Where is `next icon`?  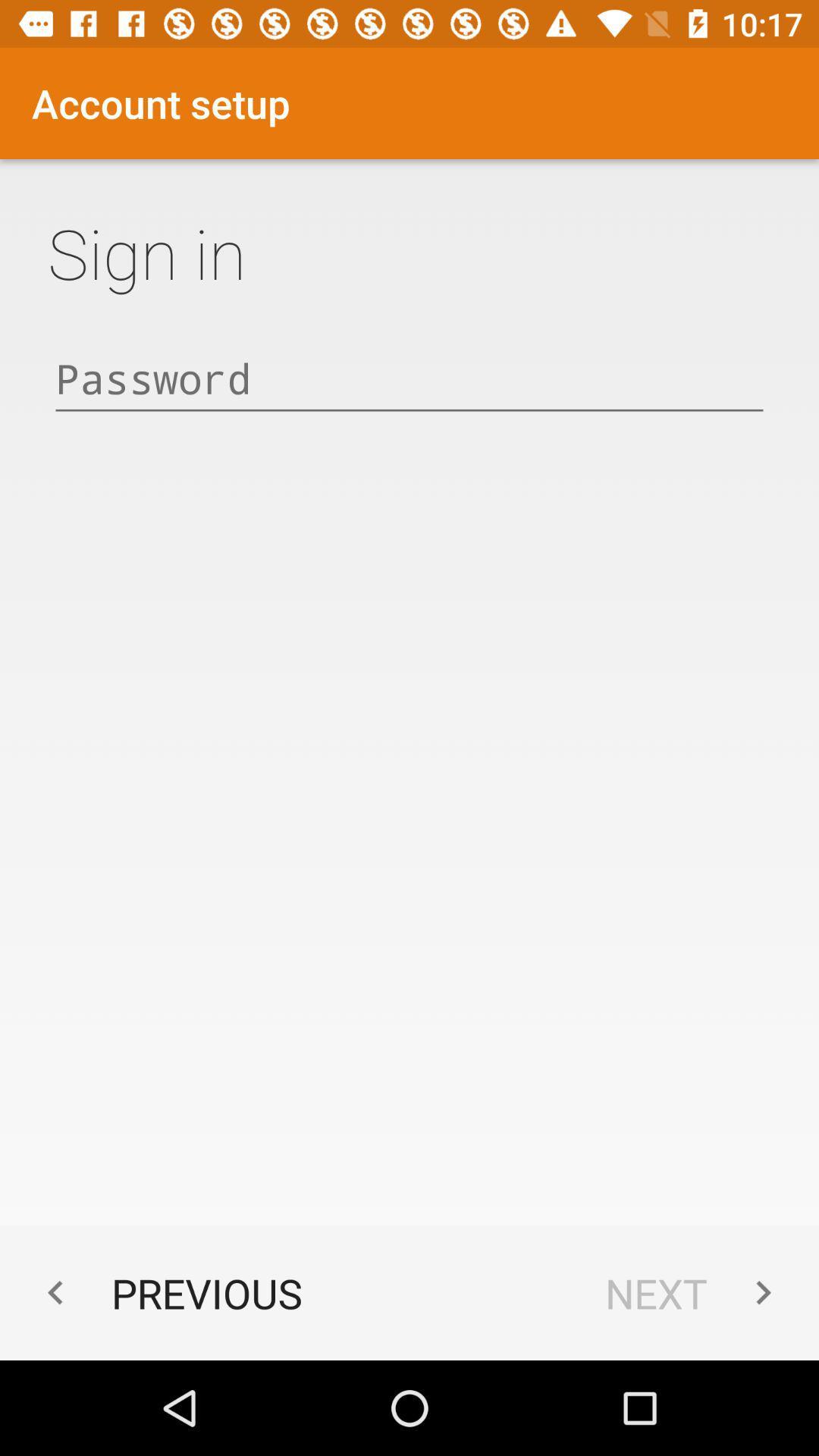
next icon is located at coordinates (696, 1292).